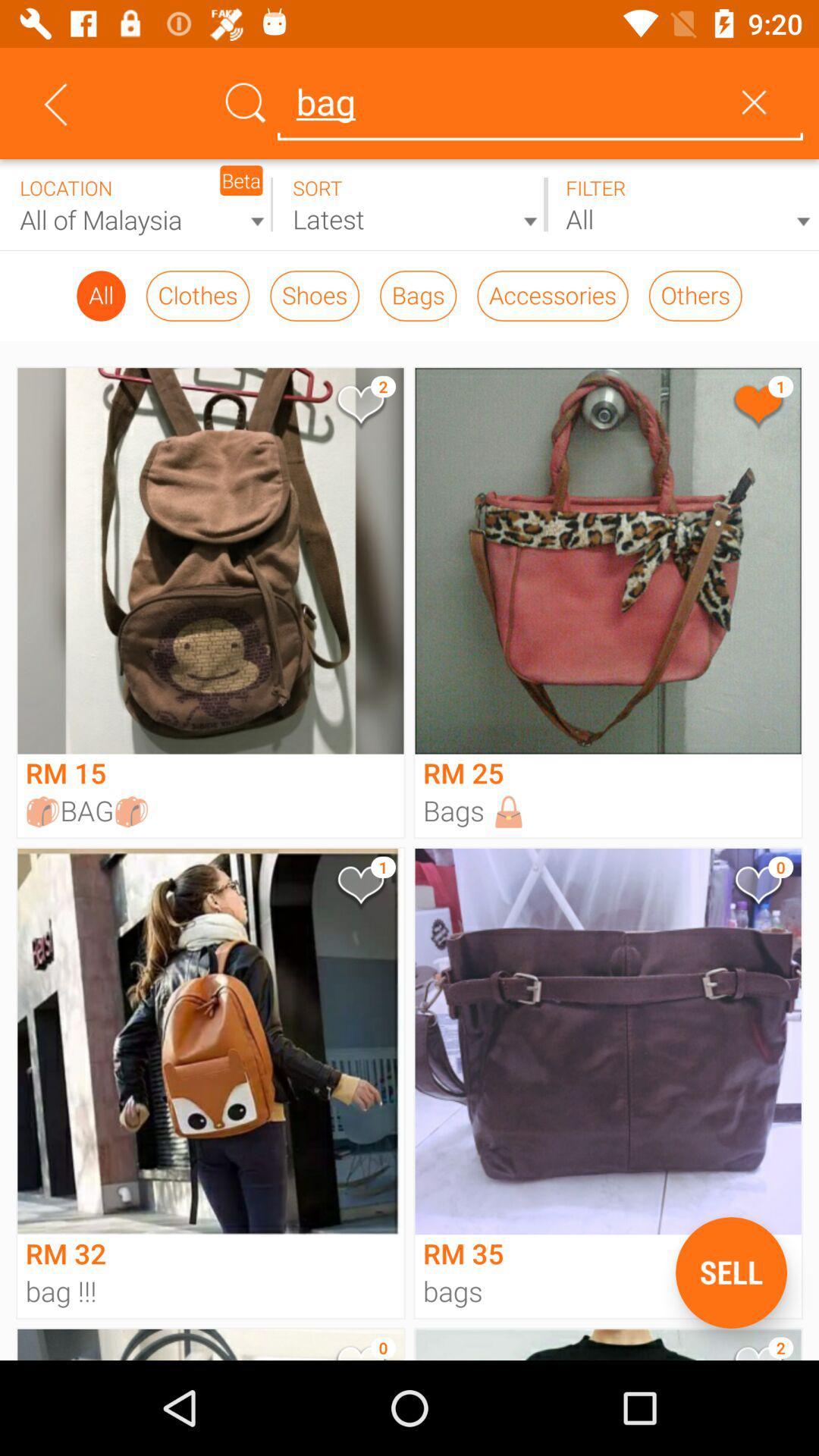  What do you see at coordinates (359, 407) in the screenshot?
I see `item` at bounding box center [359, 407].